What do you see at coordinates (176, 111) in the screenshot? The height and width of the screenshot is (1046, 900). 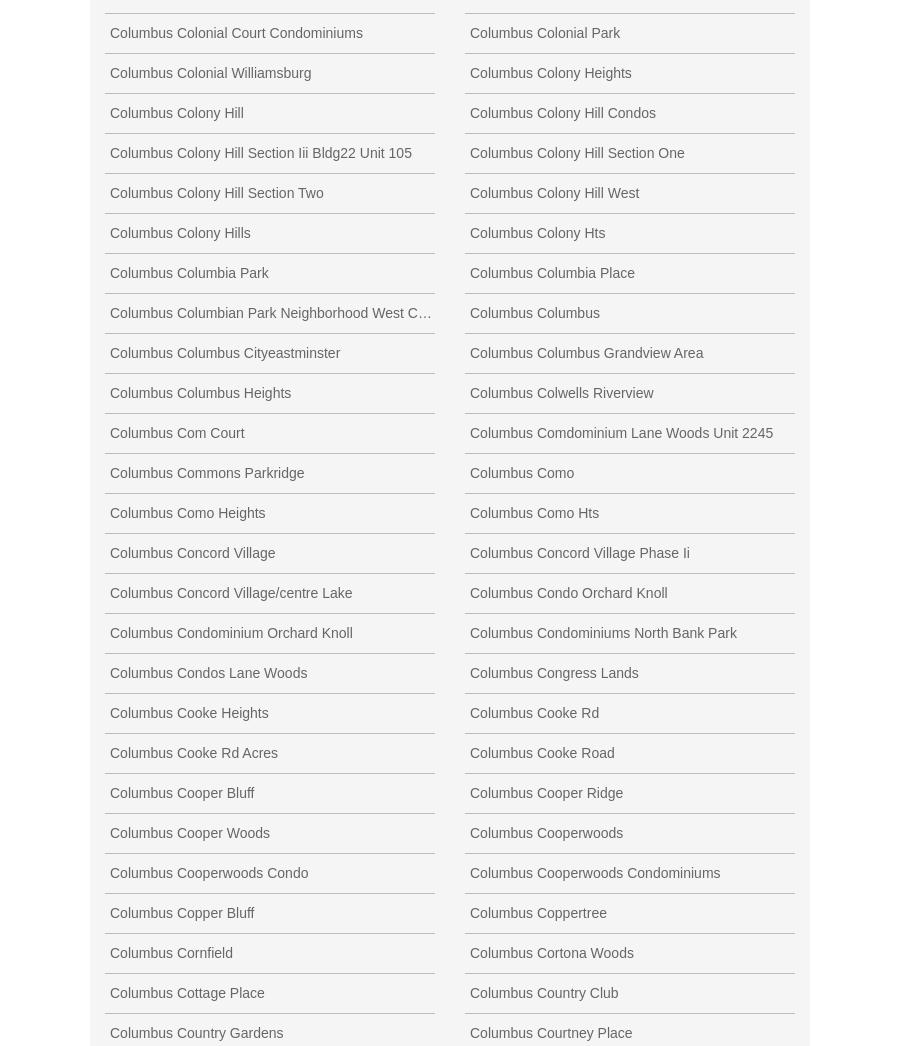 I see `'Columbus Colony Hill'` at bounding box center [176, 111].